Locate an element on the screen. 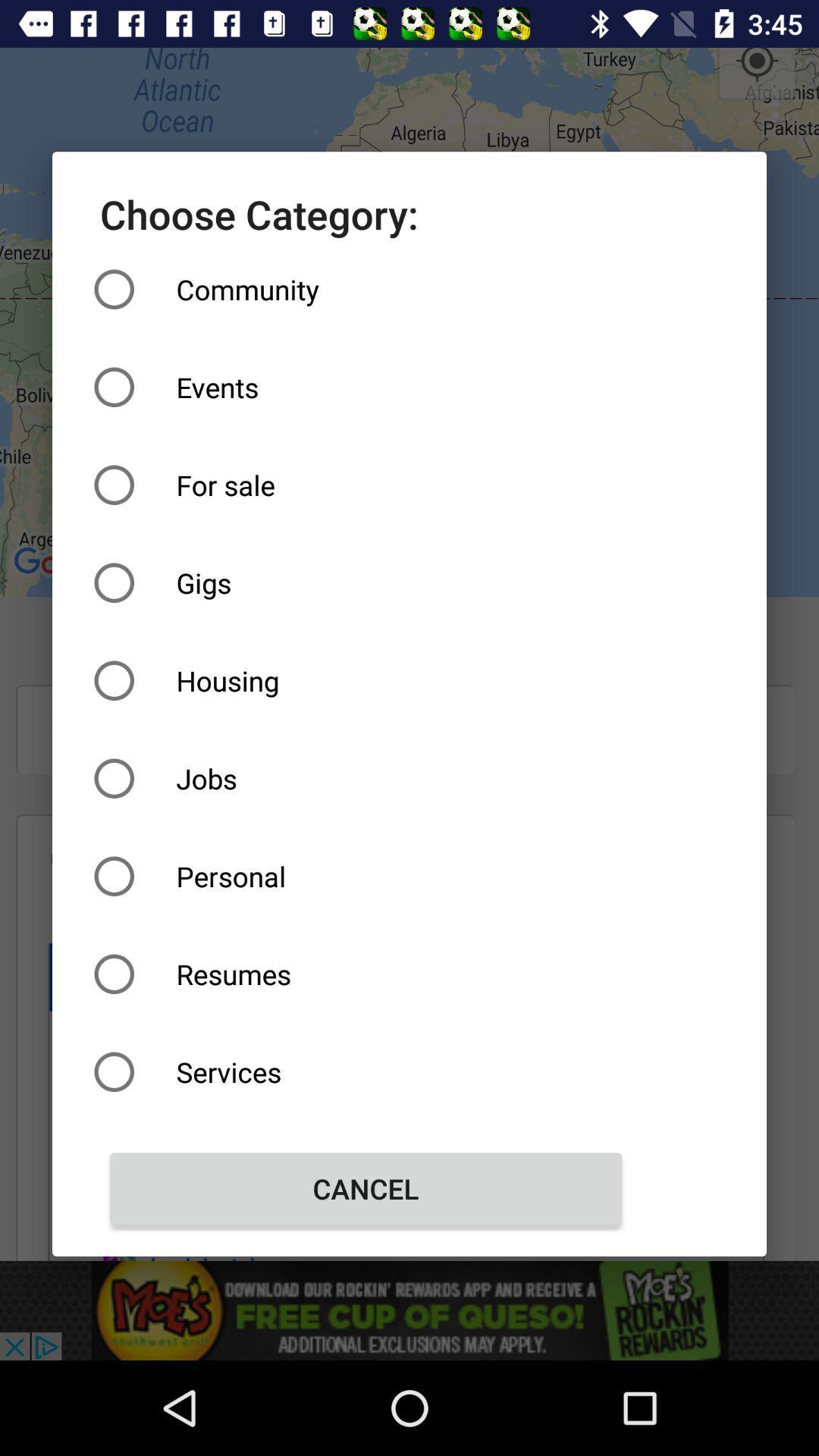 The width and height of the screenshot is (819, 1456). services icon is located at coordinates (366, 1071).